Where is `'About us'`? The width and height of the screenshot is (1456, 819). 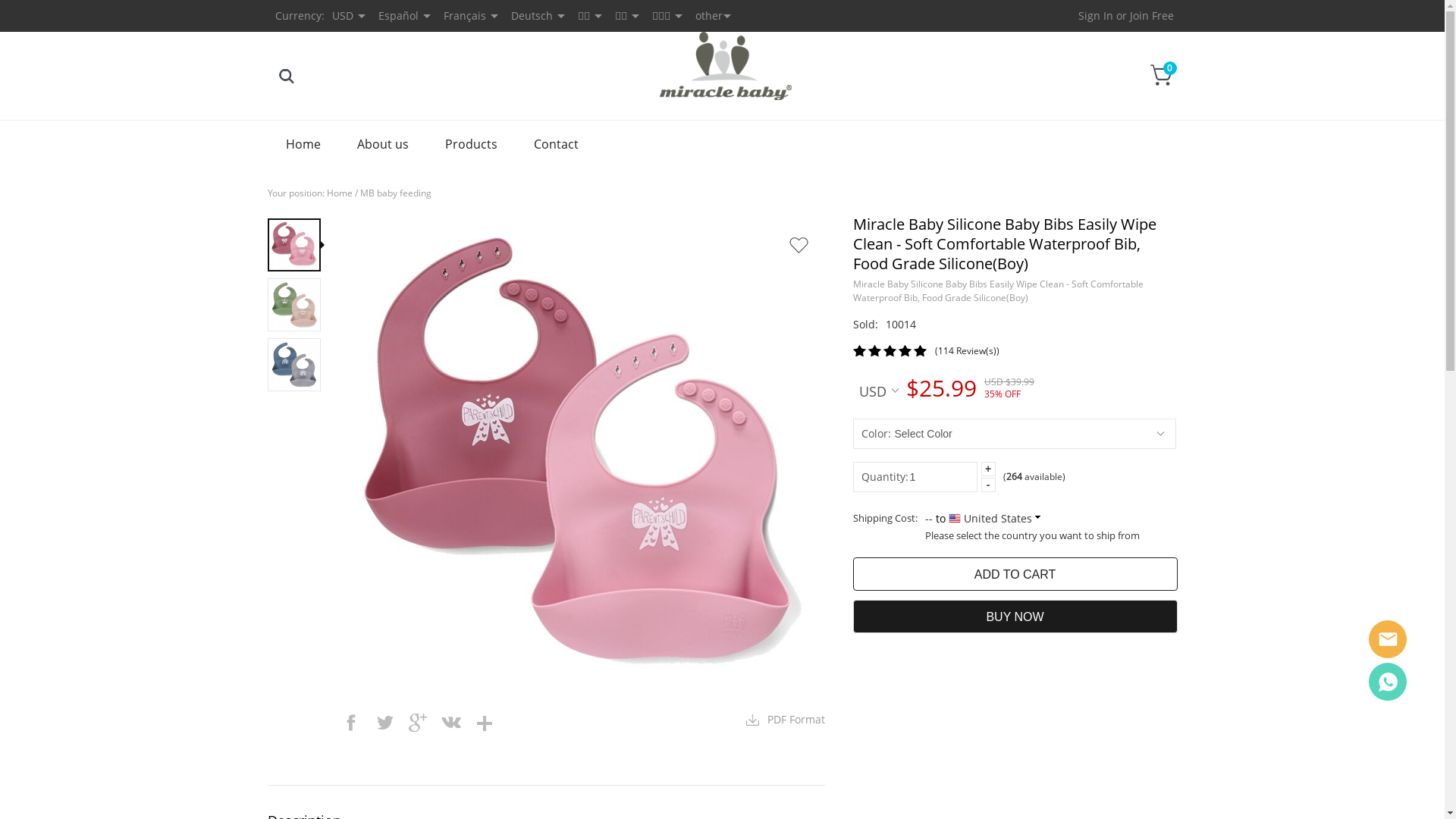
'About us' is located at coordinates (382, 143).